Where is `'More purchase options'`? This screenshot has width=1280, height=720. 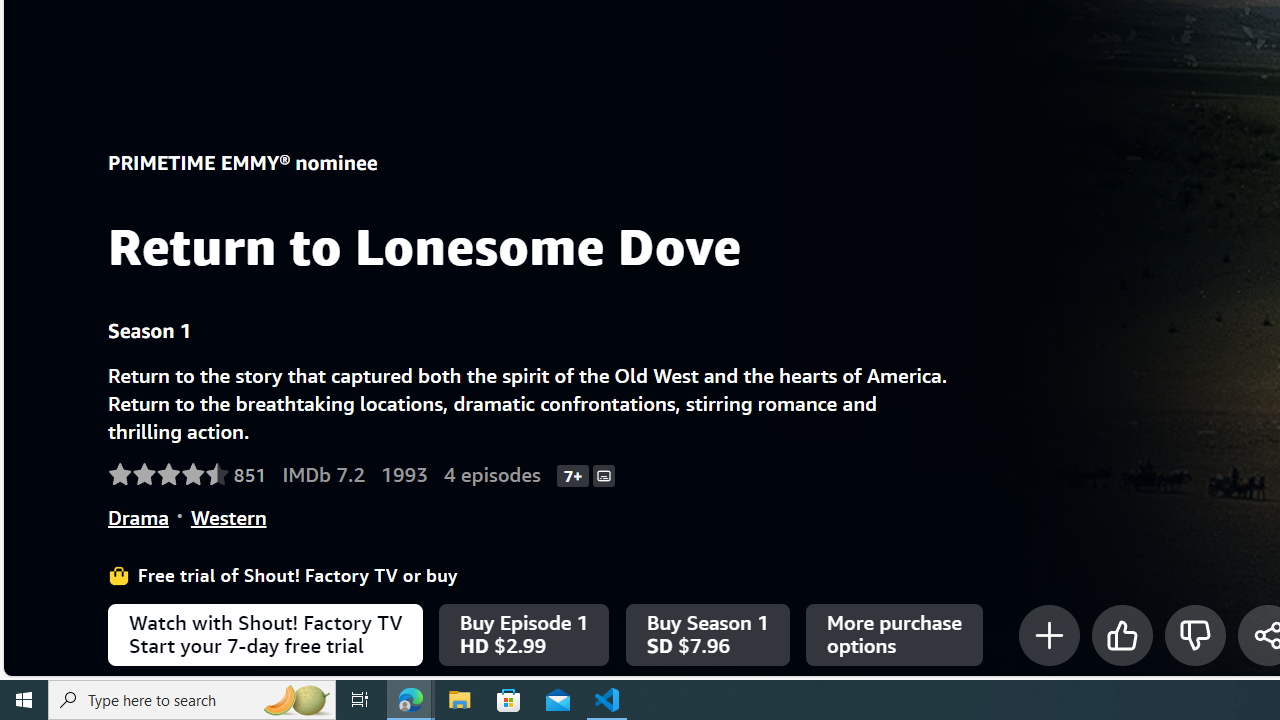
'More purchase options' is located at coordinates (893, 635).